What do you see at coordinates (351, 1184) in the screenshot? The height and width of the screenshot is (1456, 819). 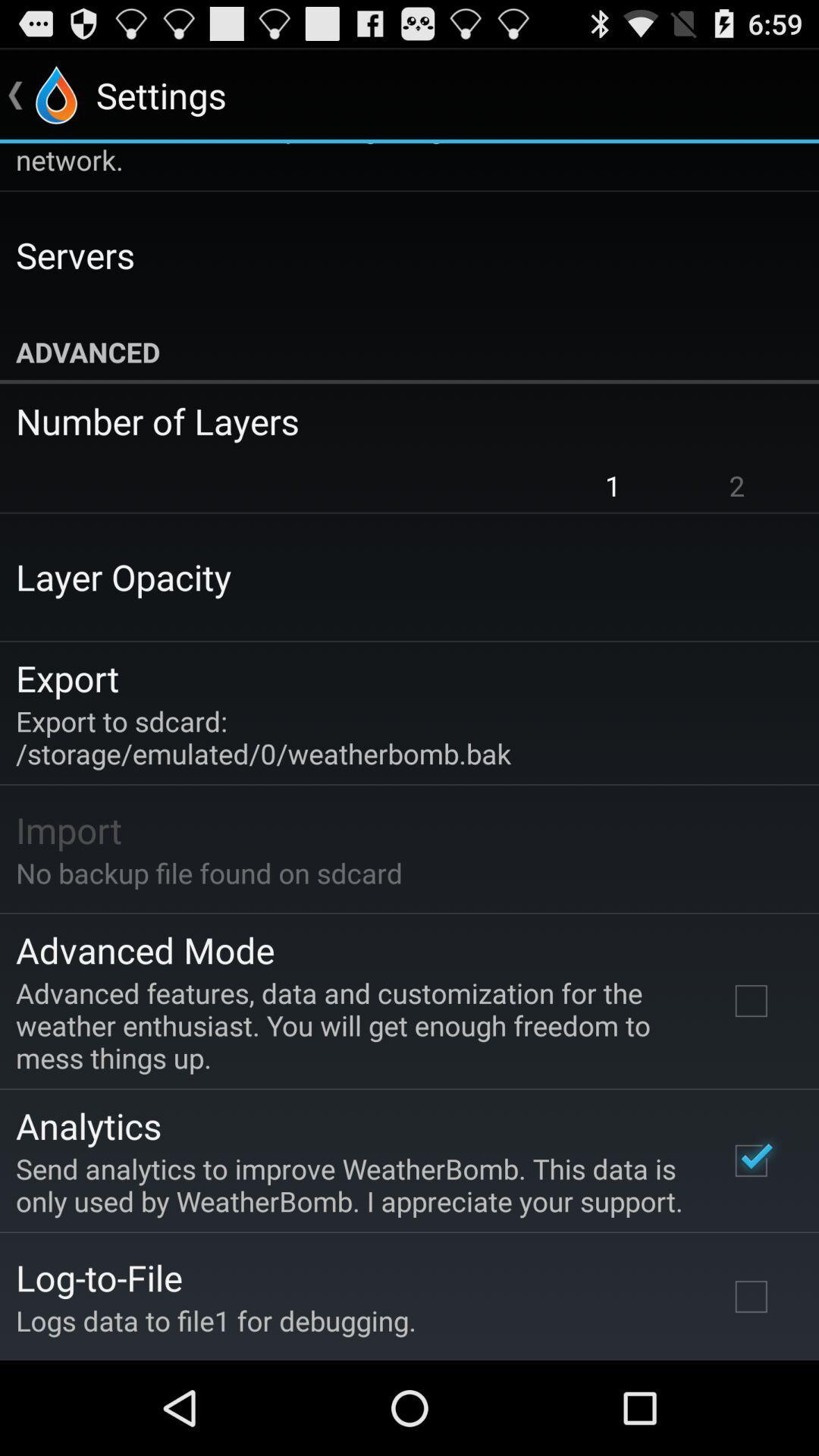 I see `send analytics to app` at bounding box center [351, 1184].